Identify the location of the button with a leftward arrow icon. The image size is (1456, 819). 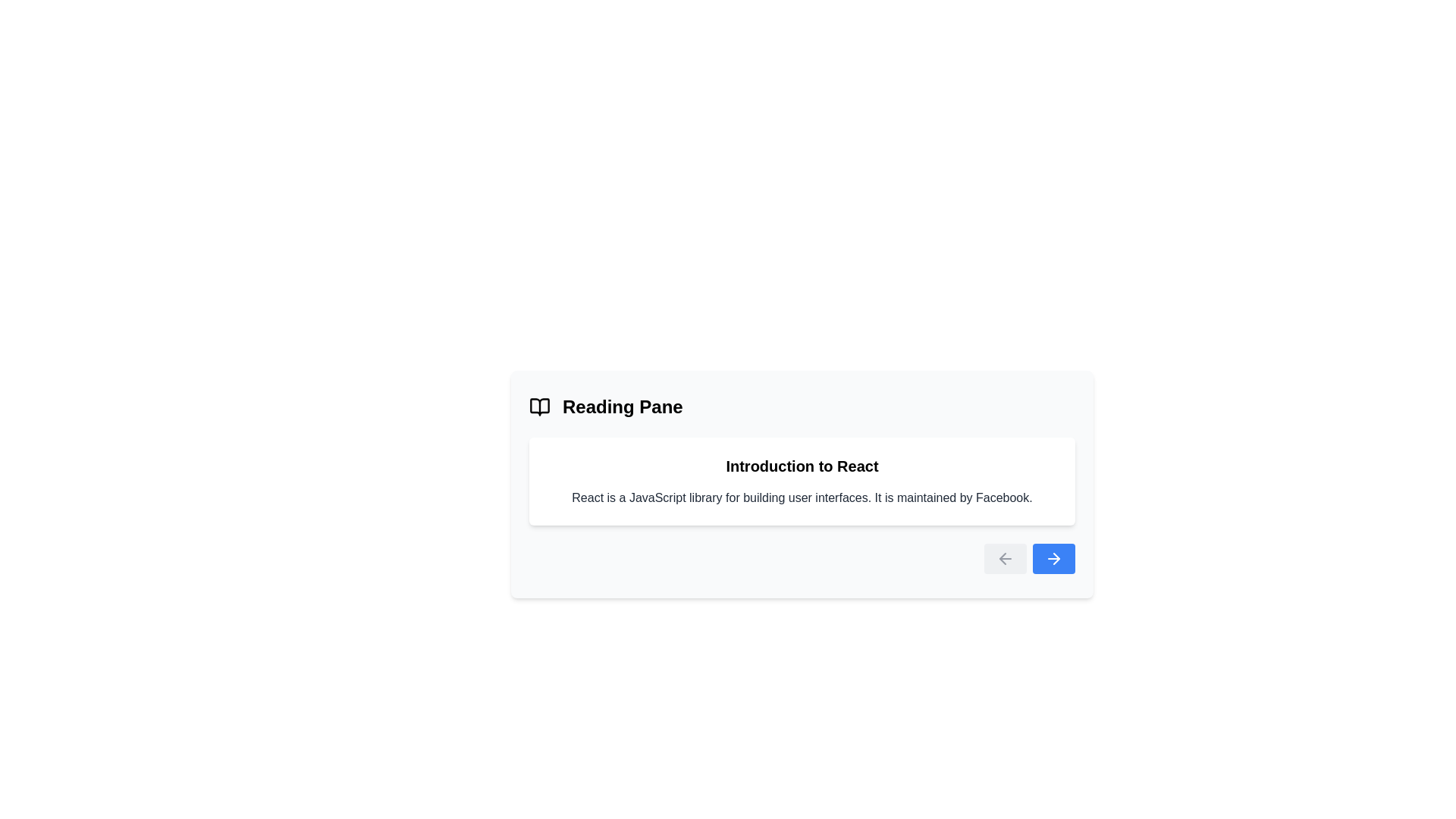
(1005, 558).